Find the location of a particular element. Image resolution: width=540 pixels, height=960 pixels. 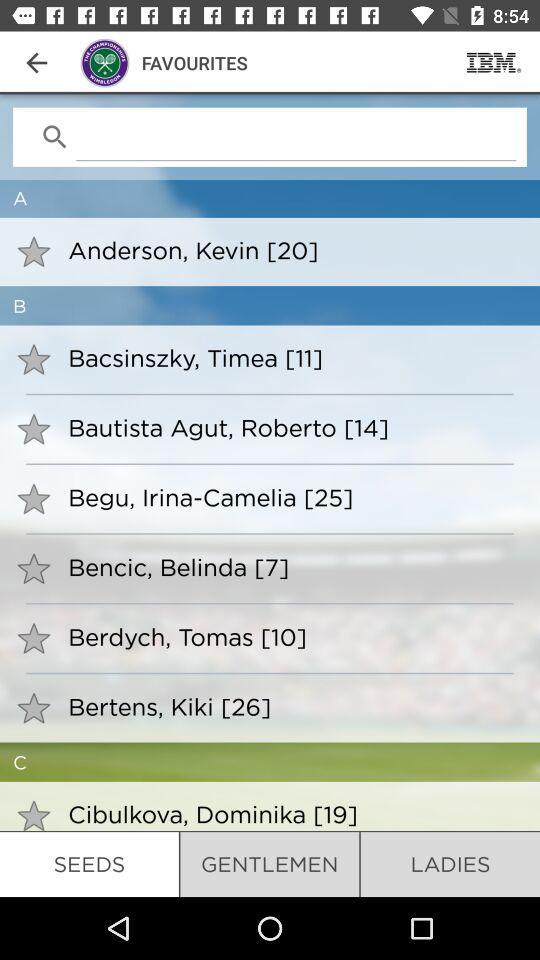

gentlemen item is located at coordinates (269, 863).